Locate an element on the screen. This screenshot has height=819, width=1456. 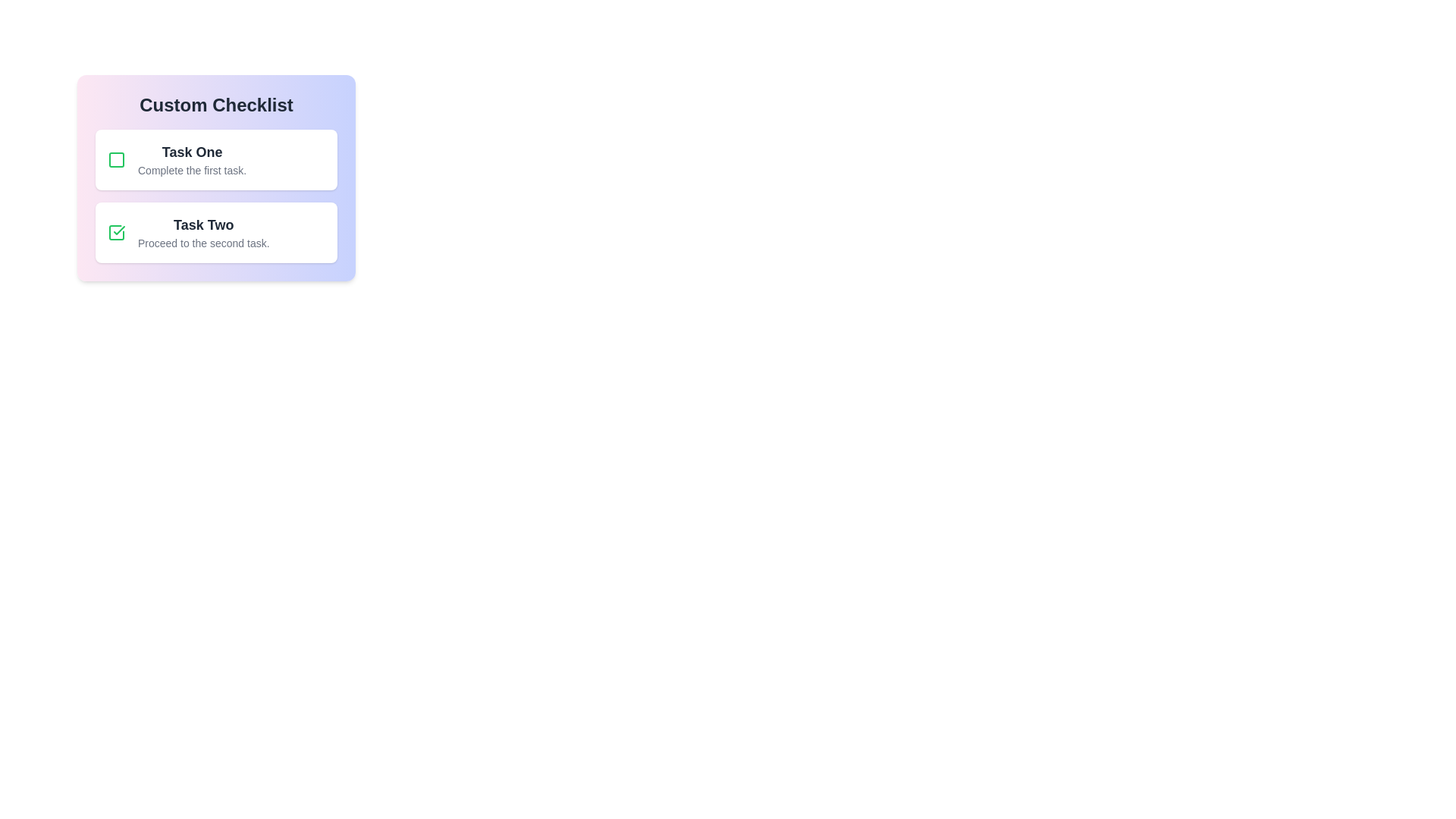
the task item card labeled 'Task One' which features a green checkbox and a white background, positioned at the top of the checklist component is located at coordinates (215, 160).